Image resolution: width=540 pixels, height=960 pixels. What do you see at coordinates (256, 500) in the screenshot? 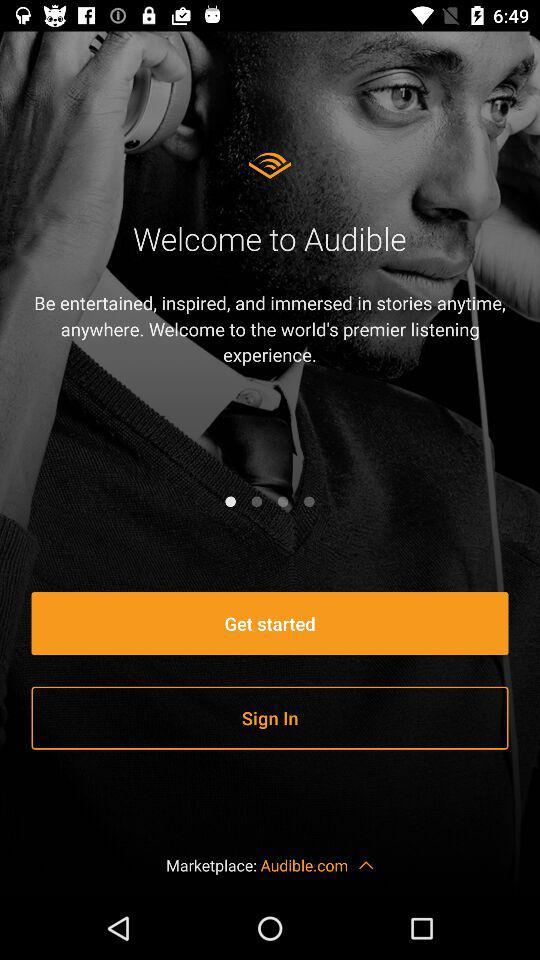
I see `the more icon` at bounding box center [256, 500].